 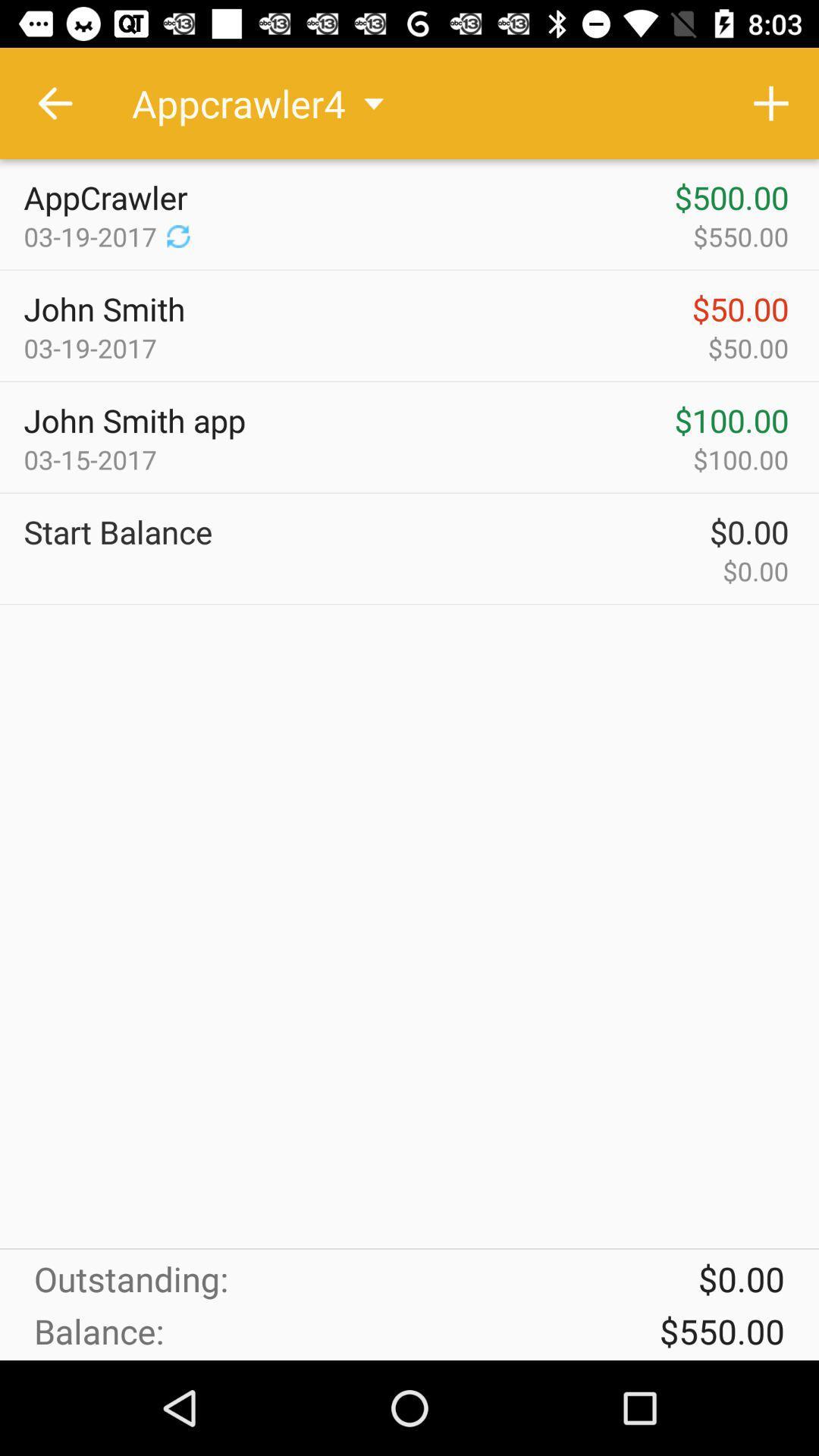 What do you see at coordinates (771, 102) in the screenshot?
I see `app above $500.00` at bounding box center [771, 102].